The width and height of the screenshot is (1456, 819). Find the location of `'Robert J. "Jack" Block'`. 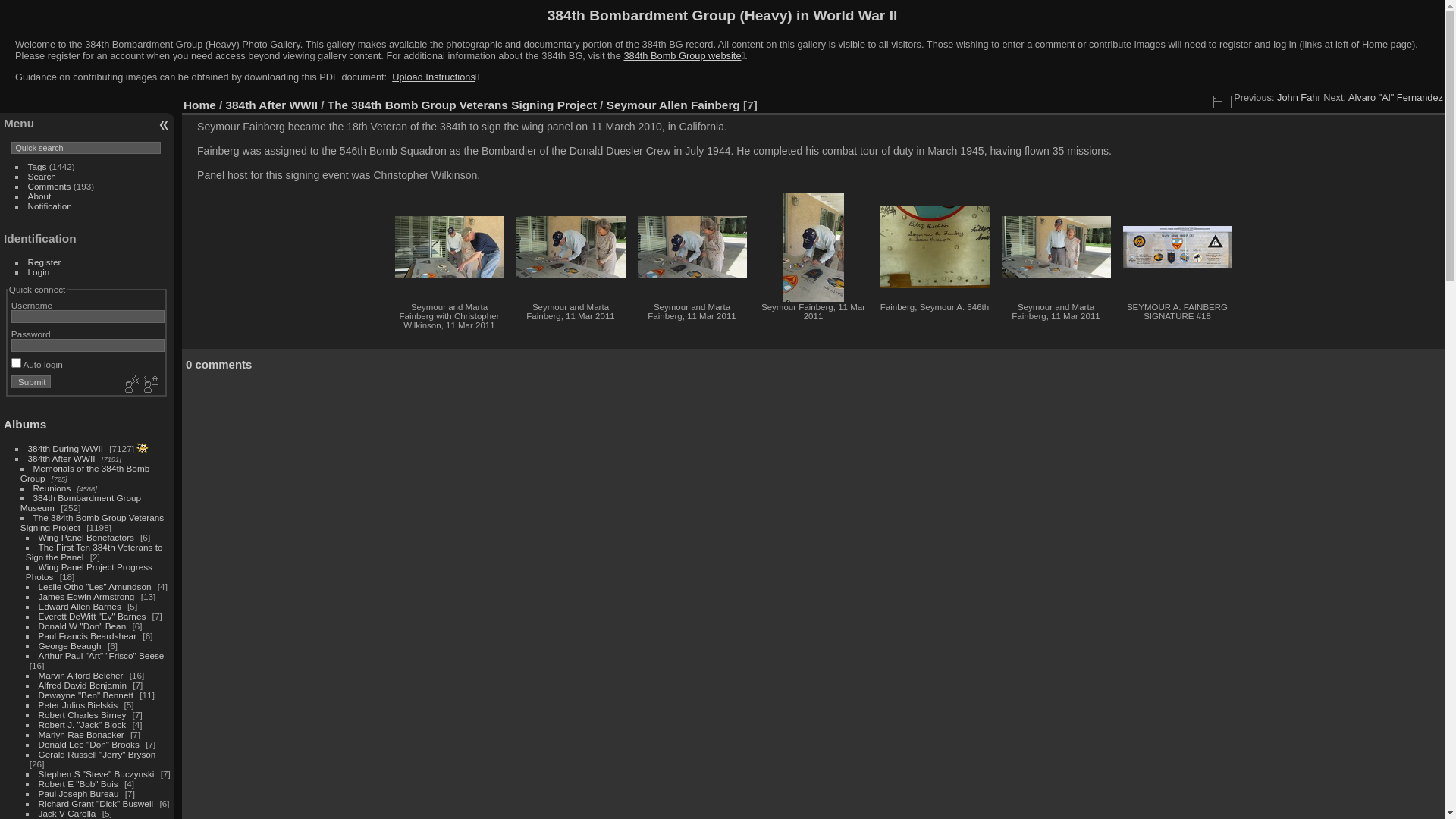

'Robert J. "Jack" Block' is located at coordinates (39, 723).